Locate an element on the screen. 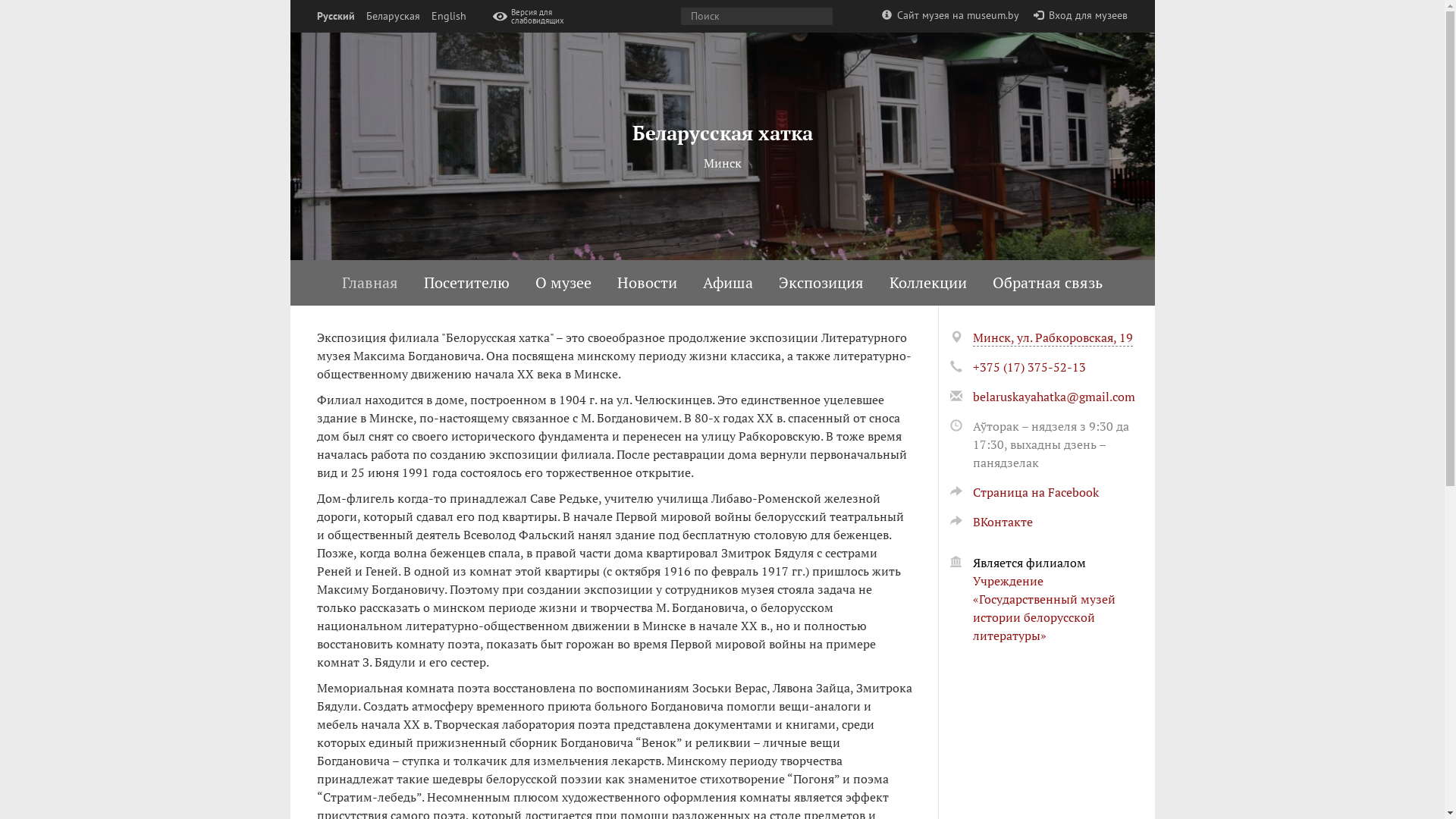 This screenshot has height=819, width=1456. '+375 (17) 375-52-13' is located at coordinates (1028, 366).